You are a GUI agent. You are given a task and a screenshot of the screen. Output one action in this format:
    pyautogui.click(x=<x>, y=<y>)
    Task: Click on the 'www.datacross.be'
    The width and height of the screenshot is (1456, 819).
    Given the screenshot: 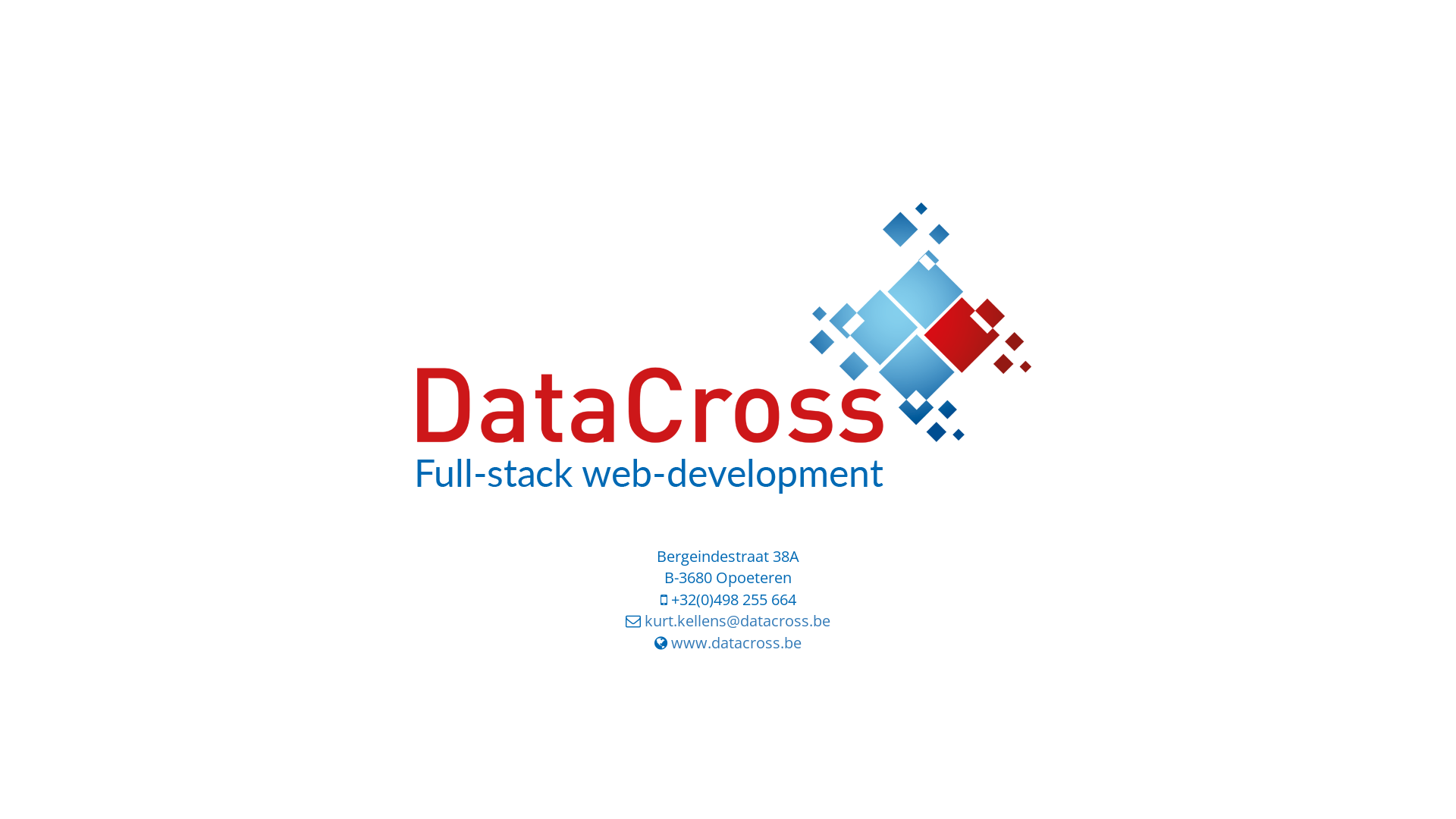 What is the action you would take?
    pyautogui.click(x=736, y=642)
    